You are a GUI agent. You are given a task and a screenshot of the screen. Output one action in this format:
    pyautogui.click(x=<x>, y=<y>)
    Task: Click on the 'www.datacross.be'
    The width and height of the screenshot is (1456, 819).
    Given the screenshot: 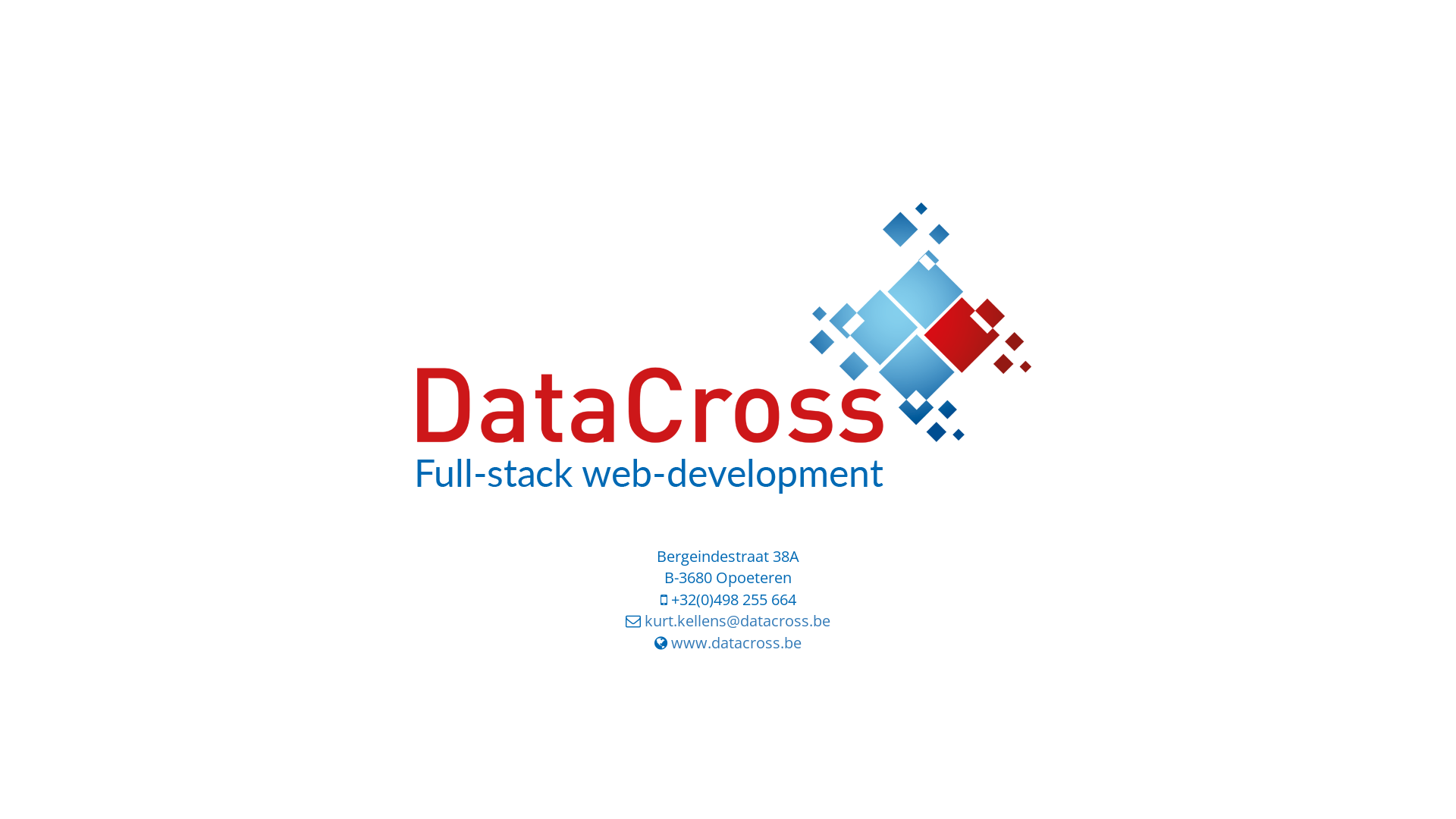 What is the action you would take?
    pyautogui.click(x=736, y=642)
    